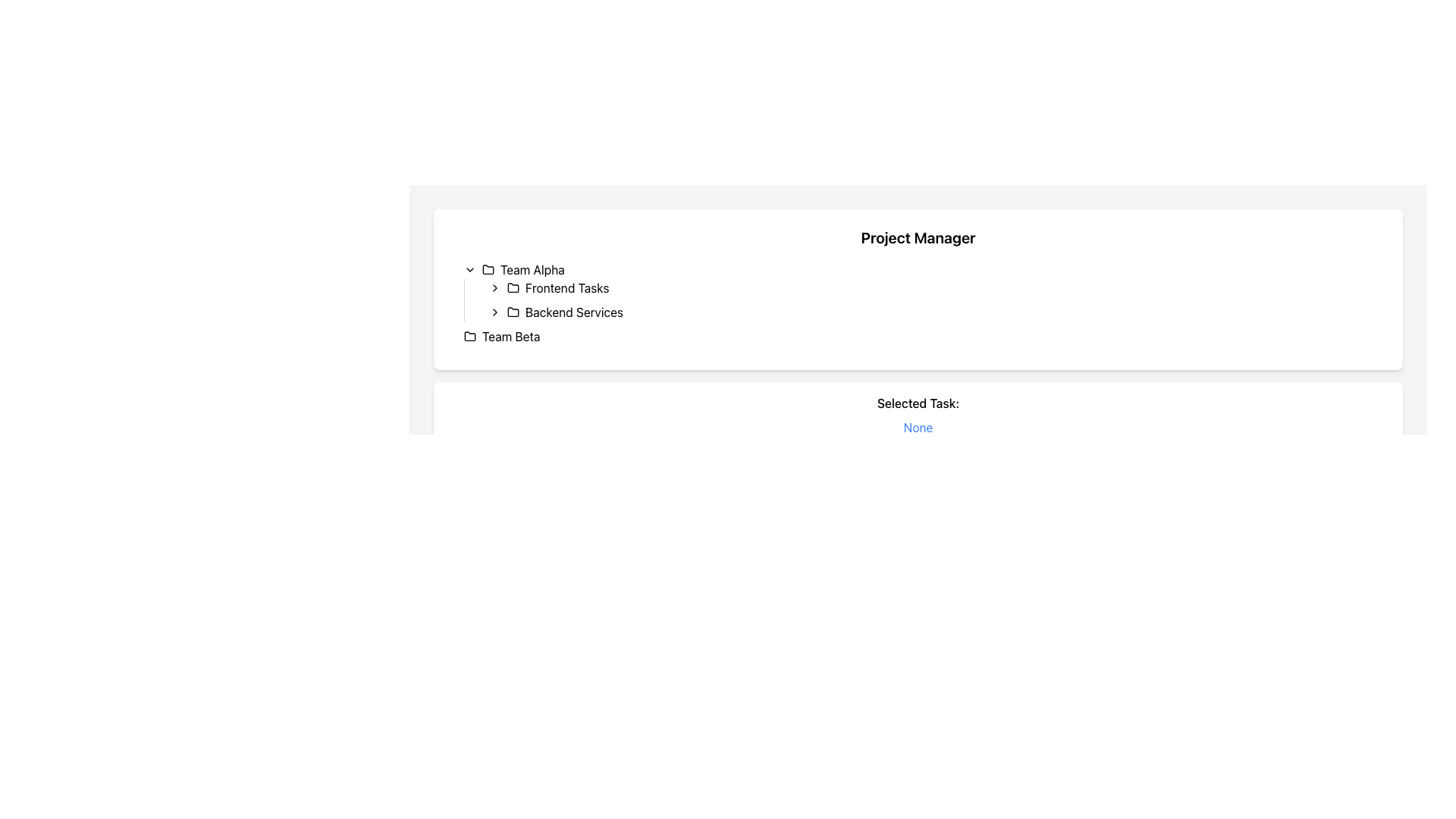 The image size is (1456, 819). I want to click on the folder icon located to the left of the 'Backend Services' text, which is part of a collapsible group in the hierarchical list, so click(513, 312).